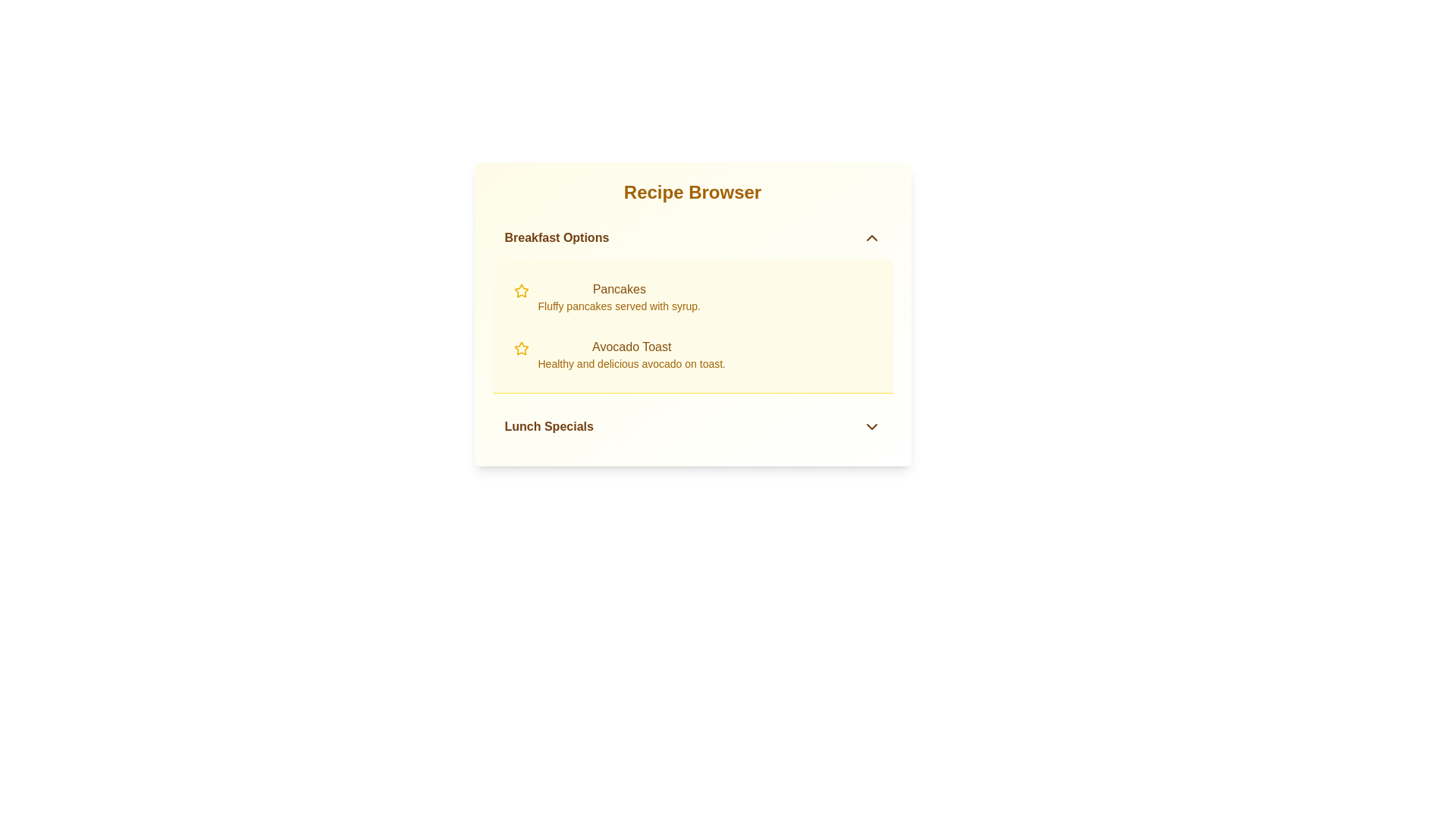 The image size is (1456, 819). What do you see at coordinates (521, 348) in the screenshot?
I see `the star icon corresponding to the recipe Avocado Toast` at bounding box center [521, 348].